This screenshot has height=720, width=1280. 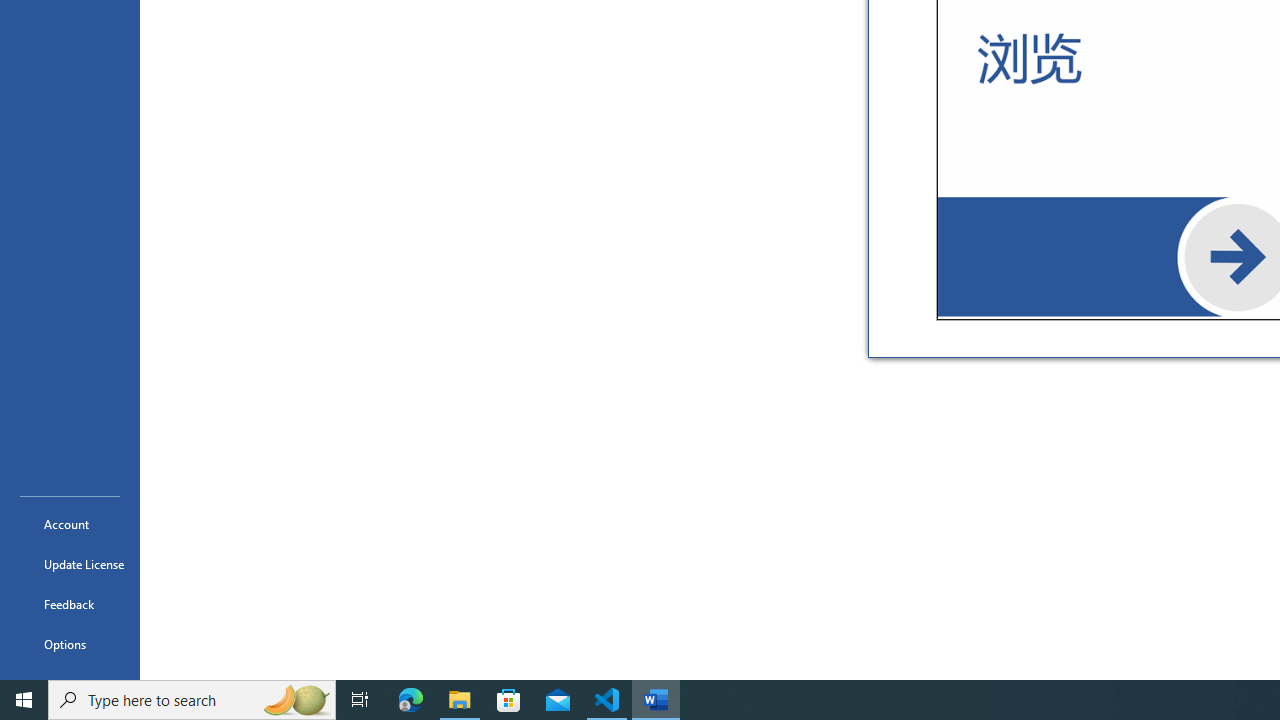 What do you see at coordinates (606, 698) in the screenshot?
I see `'Visual Studio Code - 1 running window'` at bounding box center [606, 698].